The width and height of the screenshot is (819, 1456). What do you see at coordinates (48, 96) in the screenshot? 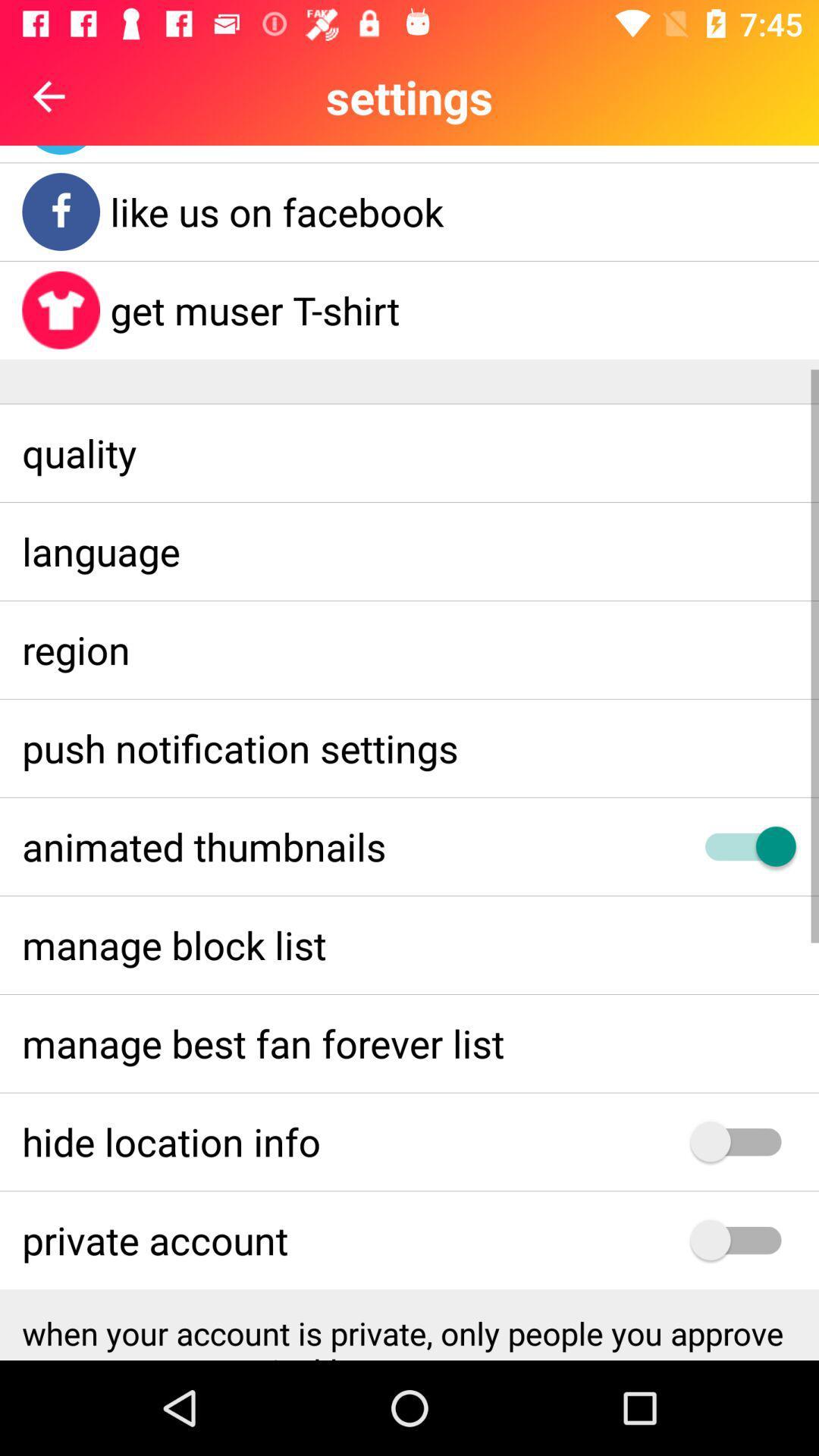
I see `the arrow_backward icon` at bounding box center [48, 96].